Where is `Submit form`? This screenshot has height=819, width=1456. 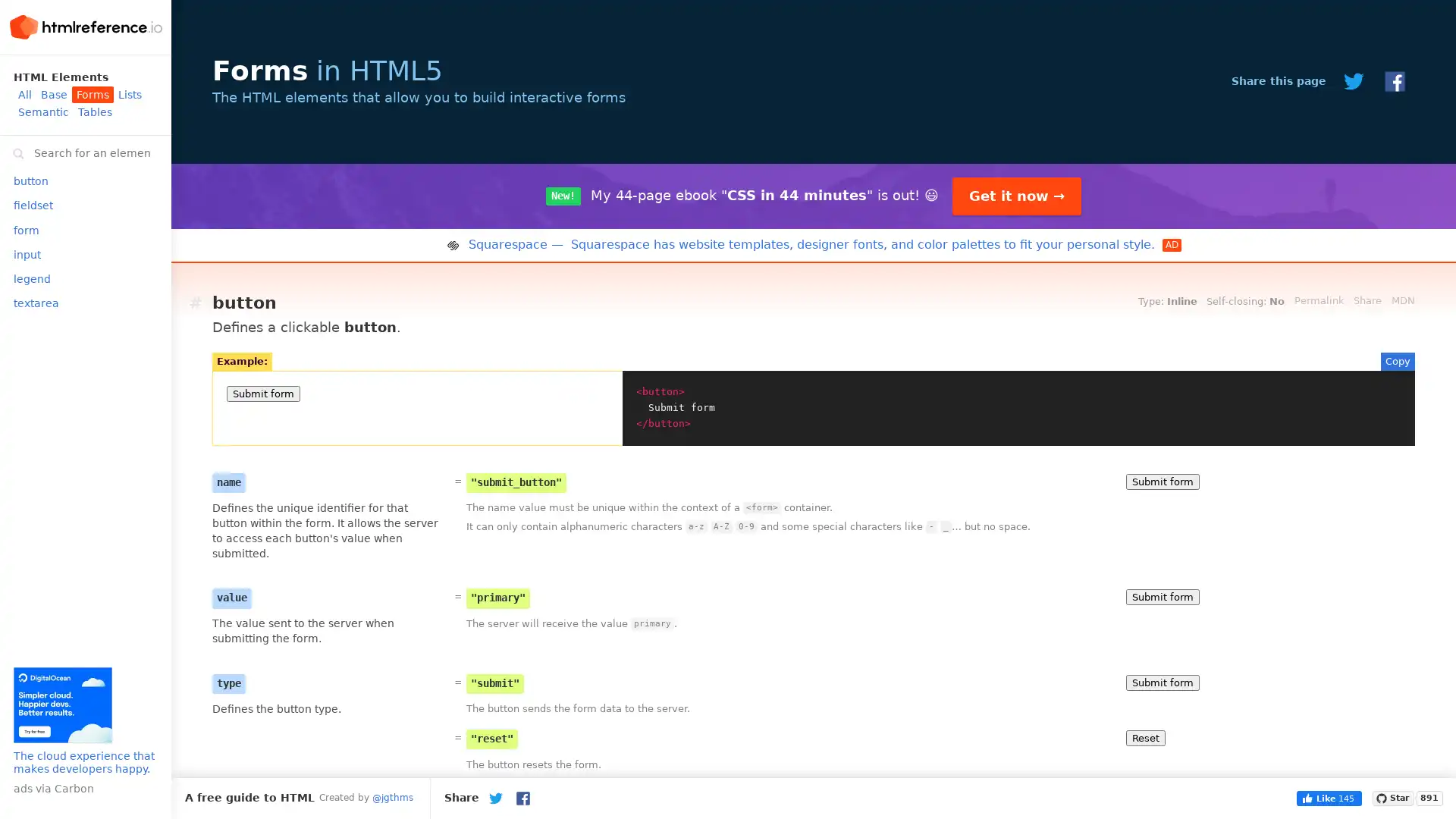
Submit form is located at coordinates (263, 393).